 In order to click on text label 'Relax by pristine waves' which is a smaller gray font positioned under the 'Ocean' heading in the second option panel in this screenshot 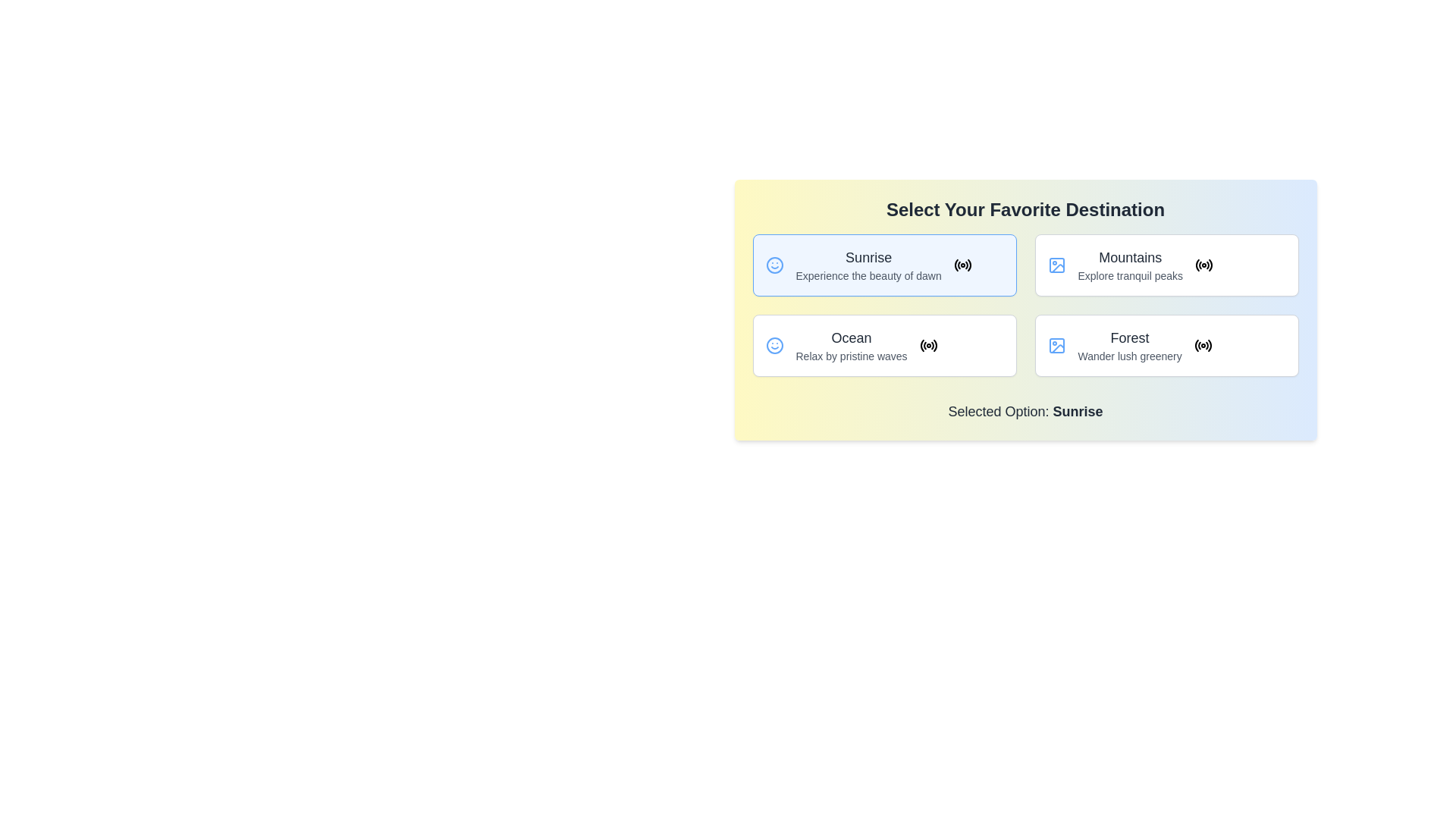, I will do `click(852, 356)`.